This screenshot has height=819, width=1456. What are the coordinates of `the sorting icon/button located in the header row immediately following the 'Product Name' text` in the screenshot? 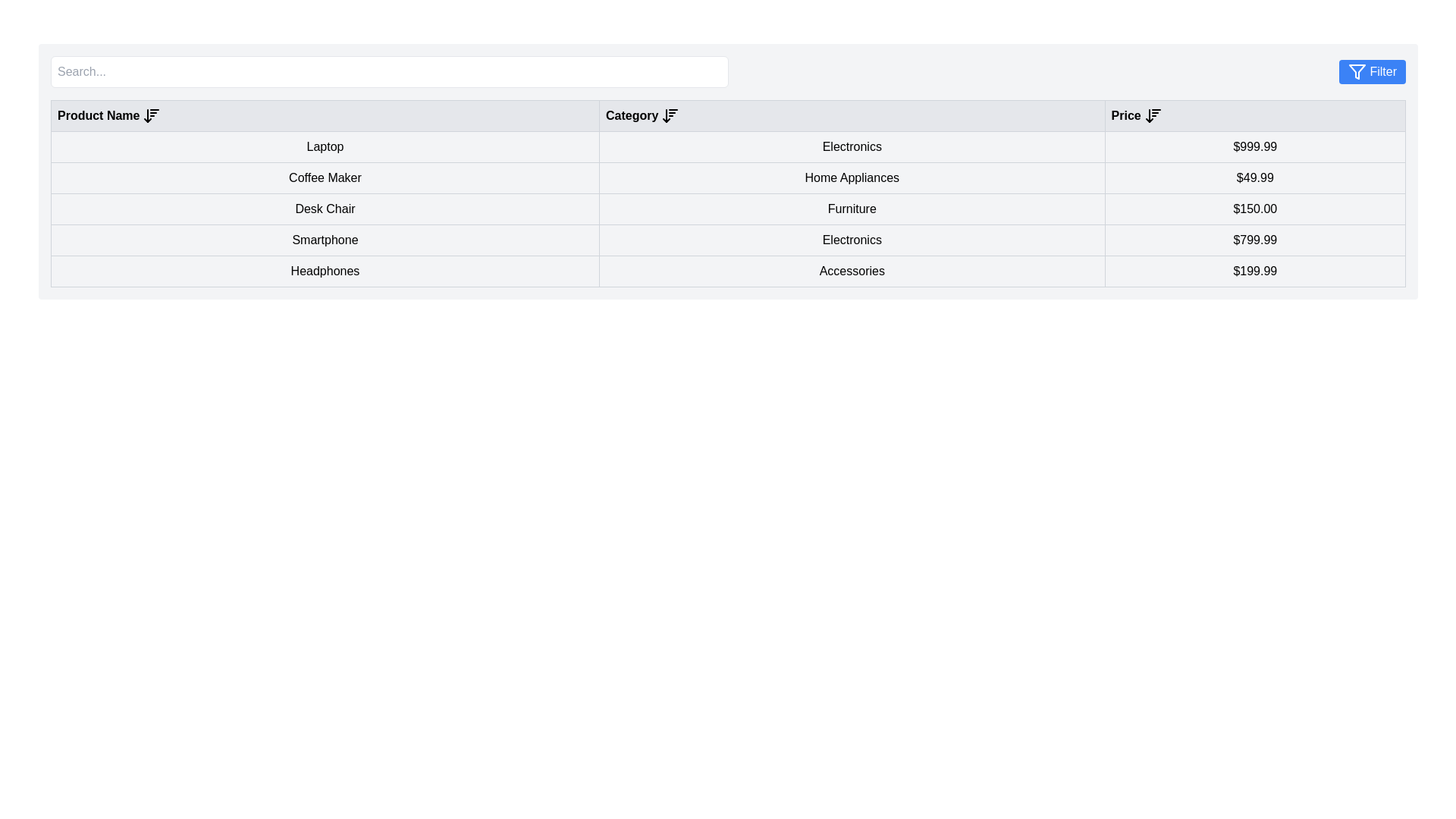 It's located at (152, 115).